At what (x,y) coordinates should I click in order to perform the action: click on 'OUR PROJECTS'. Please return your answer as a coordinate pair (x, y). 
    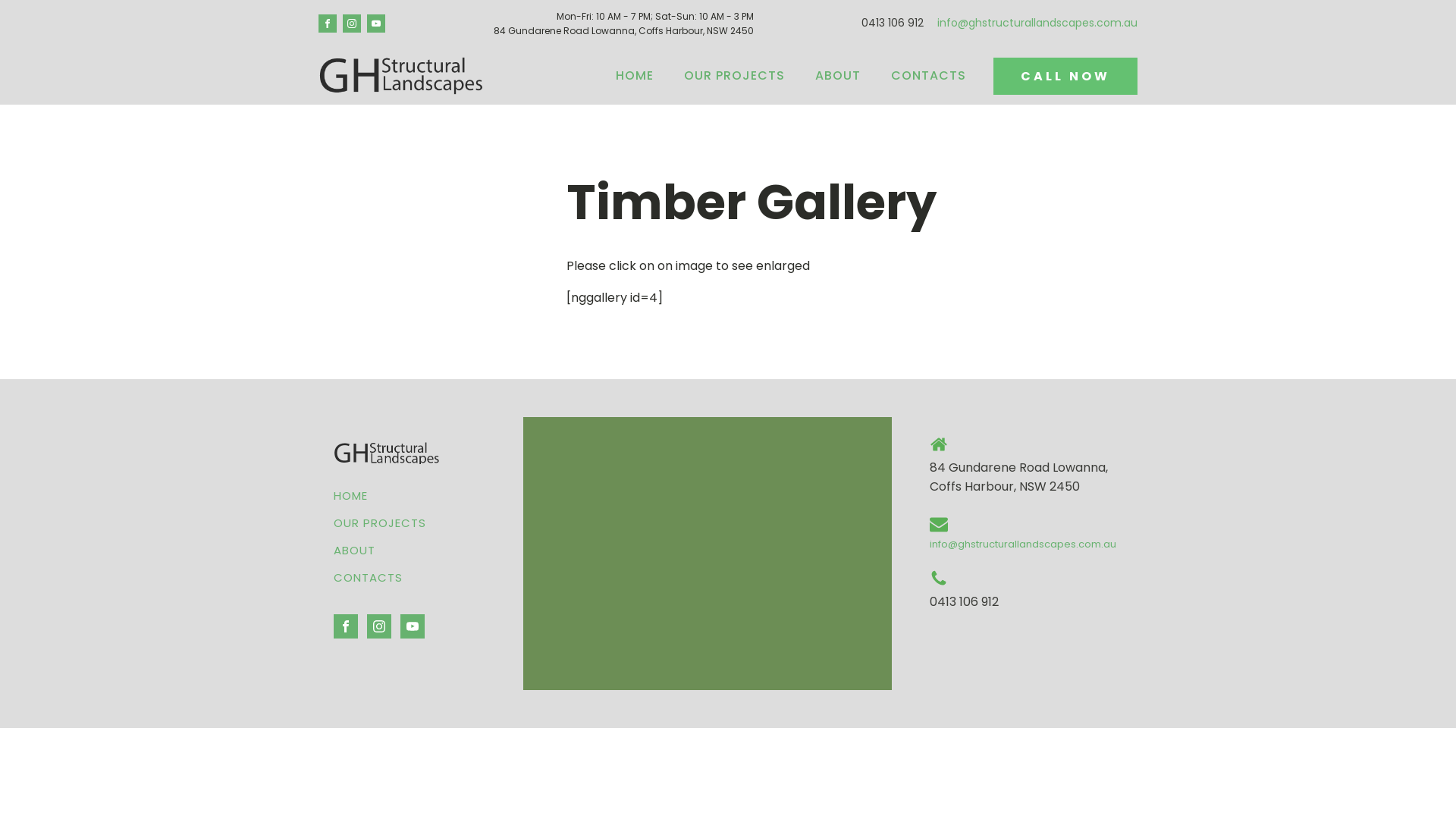
    Looking at the image, I should click on (668, 76).